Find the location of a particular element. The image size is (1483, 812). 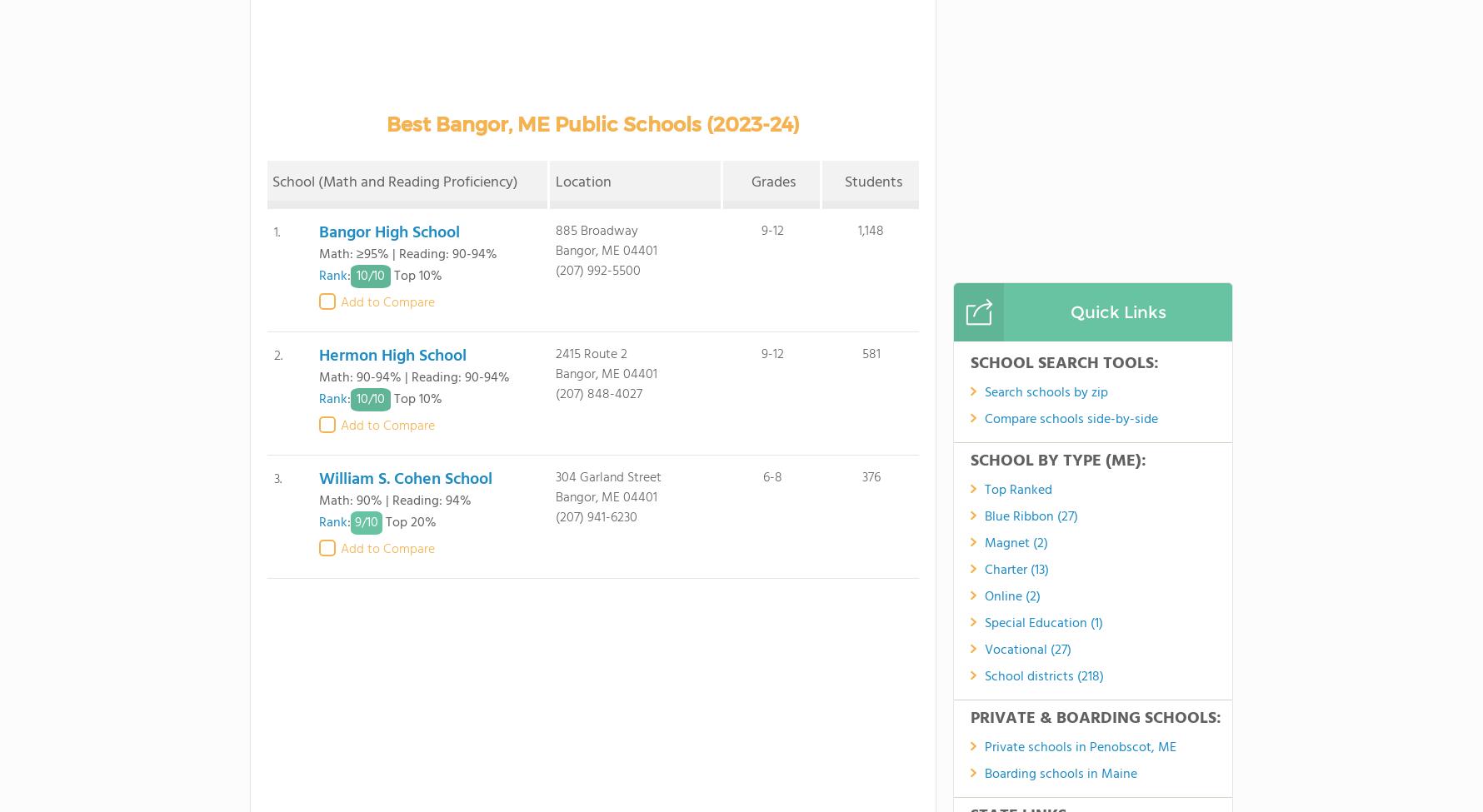

'Student Member Area' is located at coordinates (918, 716).